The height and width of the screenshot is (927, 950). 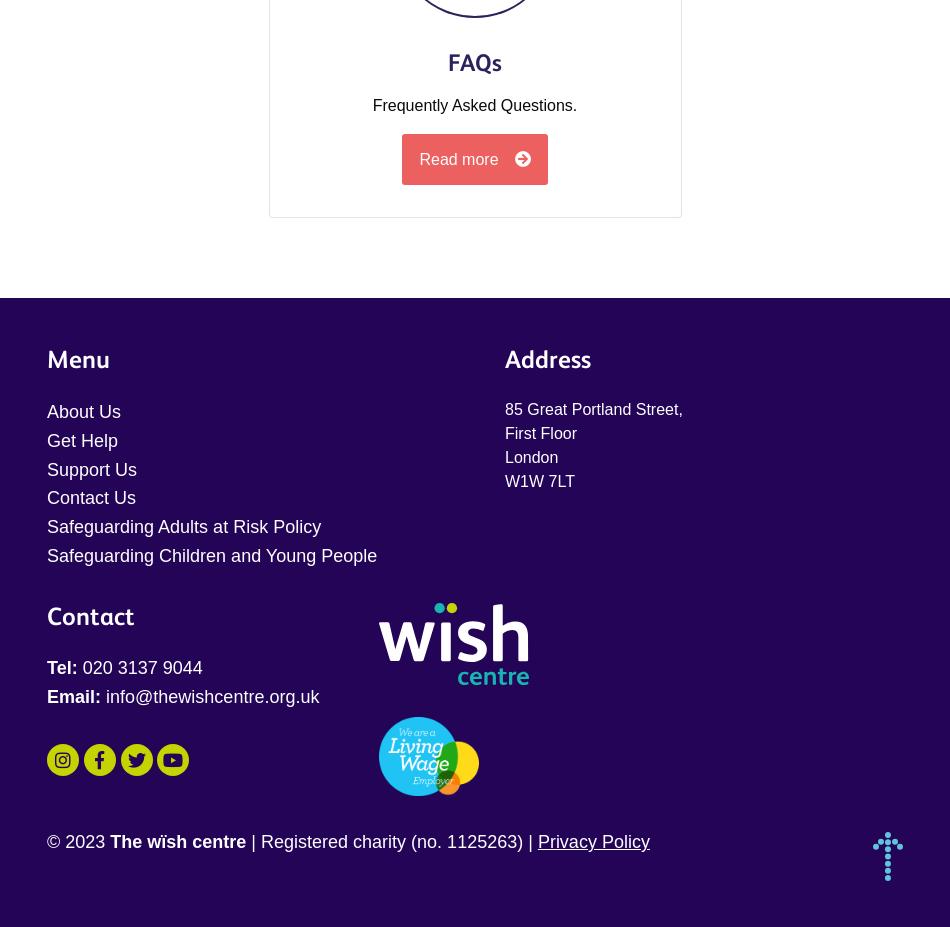 I want to click on '020 3137 9044', so click(x=139, y=666).